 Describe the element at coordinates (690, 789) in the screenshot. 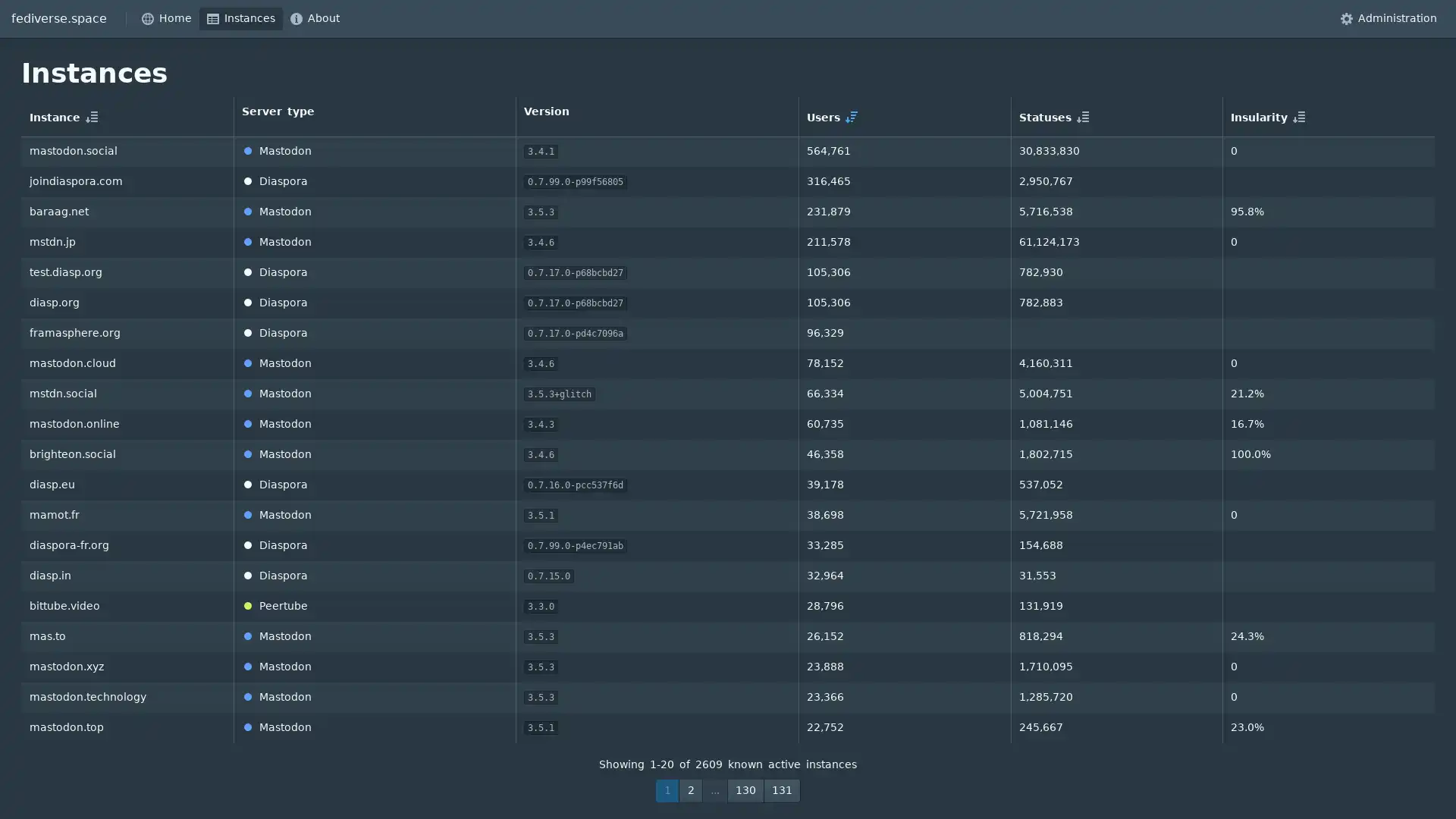

I see `2` at that location.